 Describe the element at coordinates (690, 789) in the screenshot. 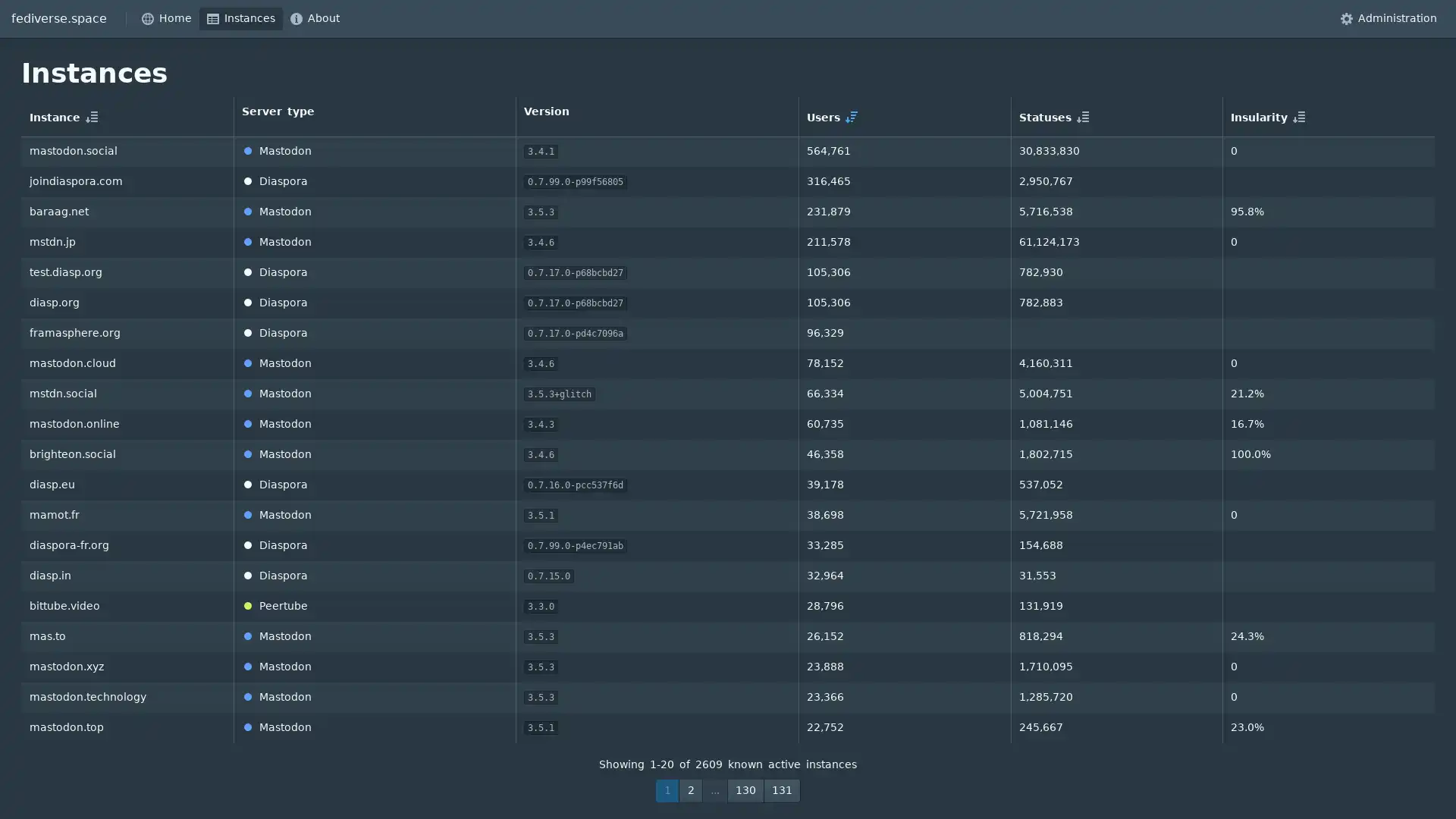

I see `2` at that location.